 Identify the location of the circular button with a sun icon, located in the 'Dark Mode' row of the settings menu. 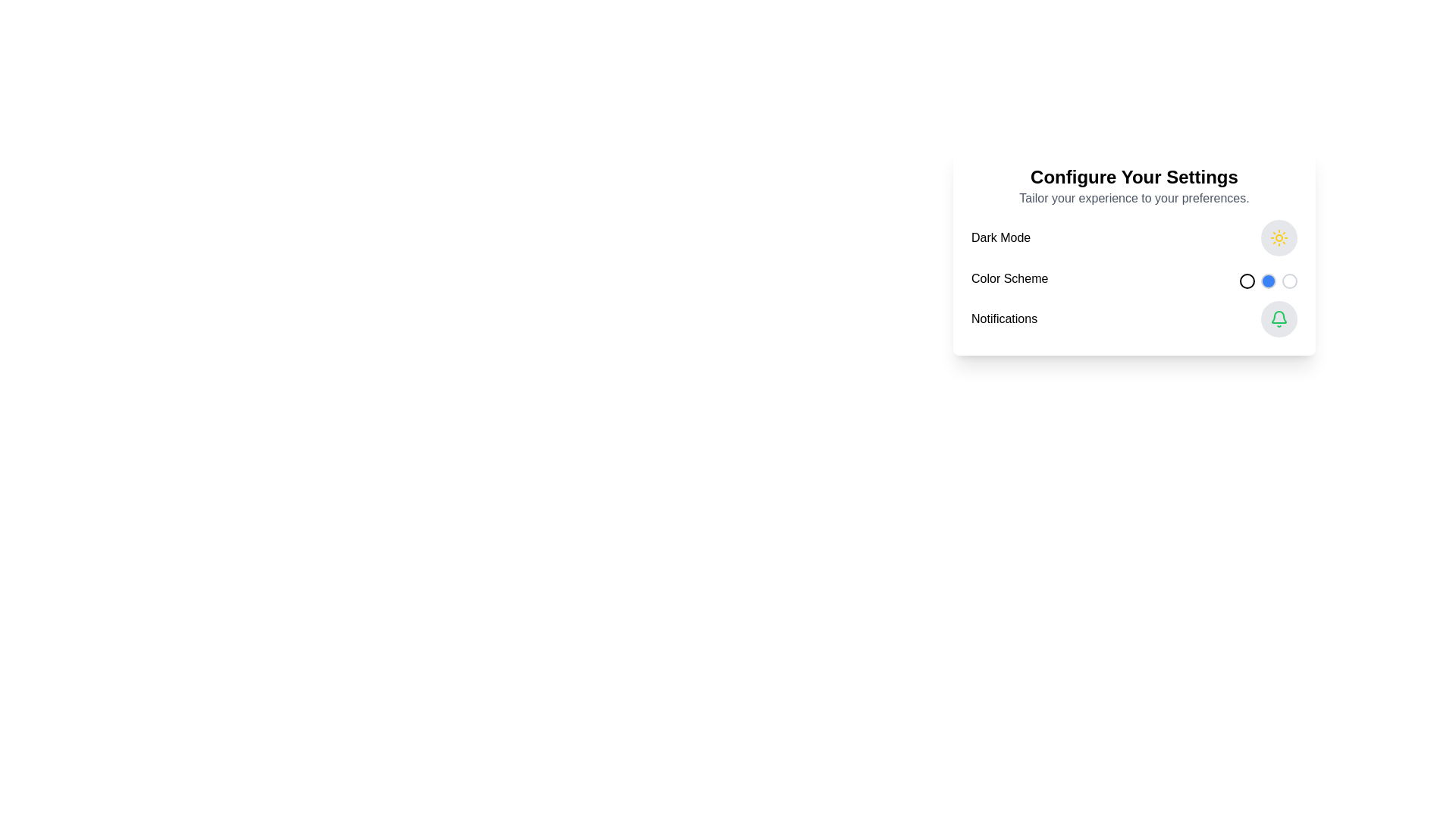
(1278, 237).